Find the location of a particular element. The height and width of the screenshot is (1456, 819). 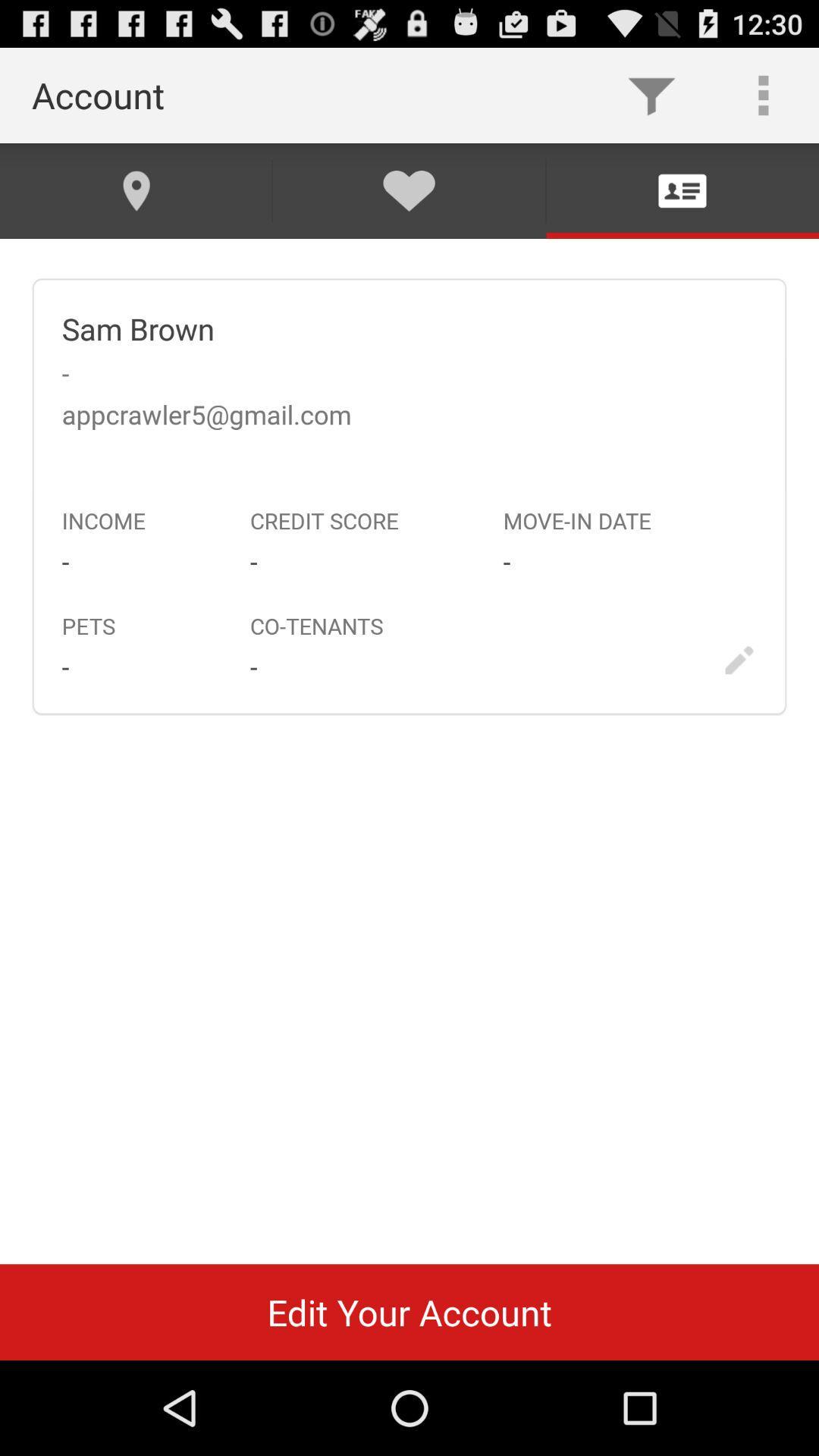

the app to the right of account icon is located at coordinates (651, 94).